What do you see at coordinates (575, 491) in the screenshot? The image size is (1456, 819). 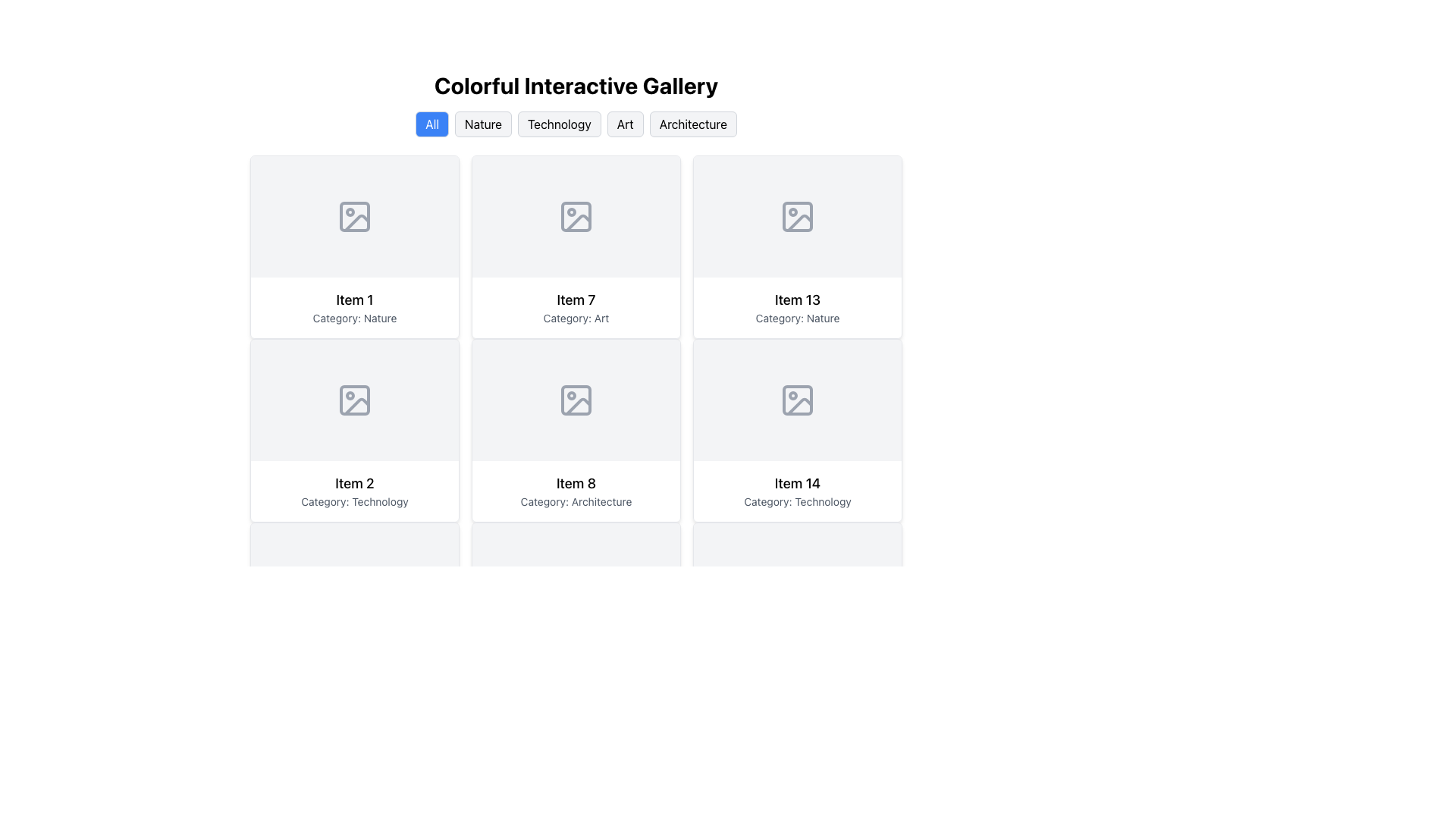 I see `the Text Block labeled 'Item 8' which displays the category 'Architecture' underneath it, located at the bottom row of a grid layout` at bounding box center [575, 491].